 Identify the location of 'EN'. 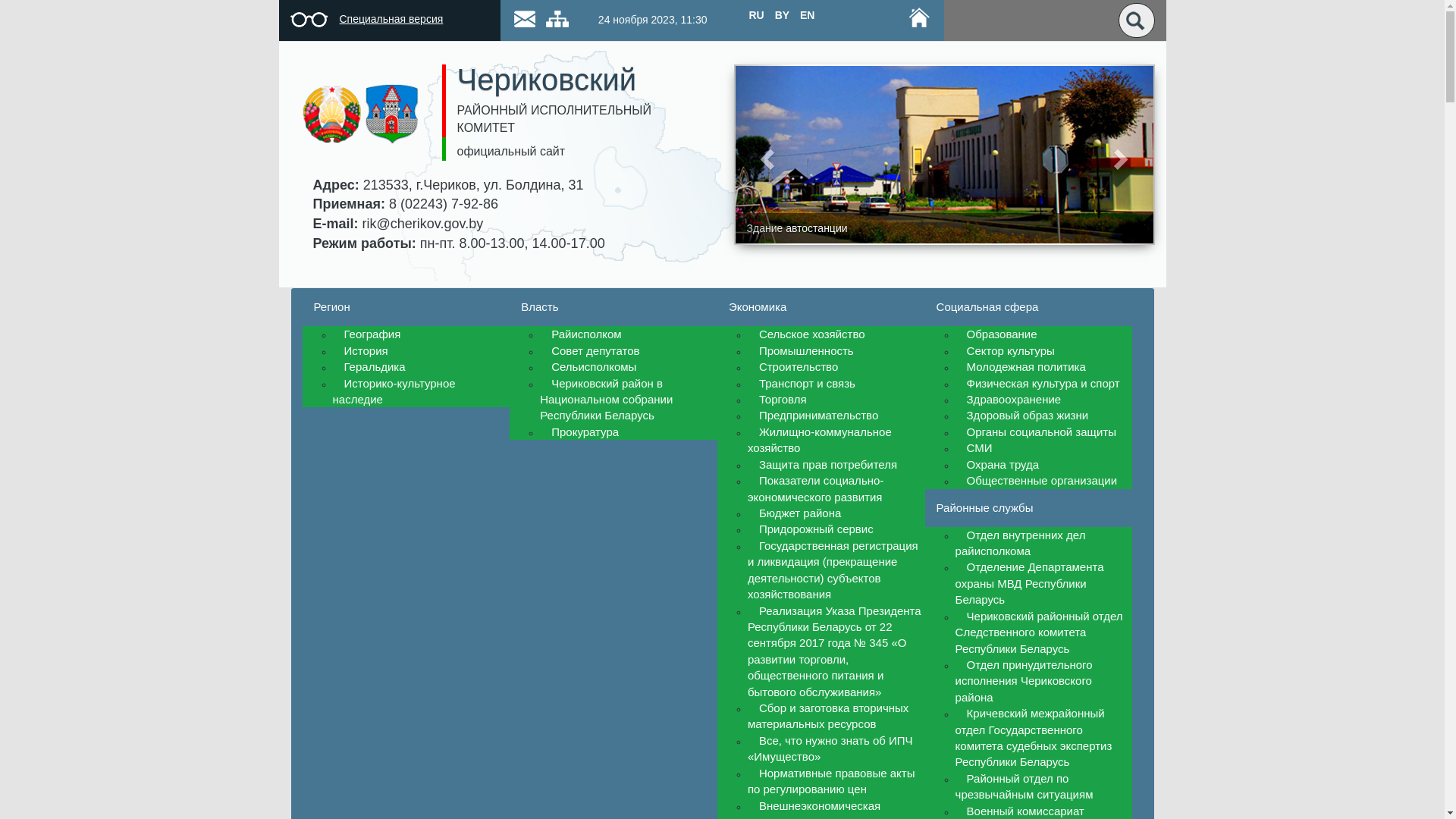
(806, 14).